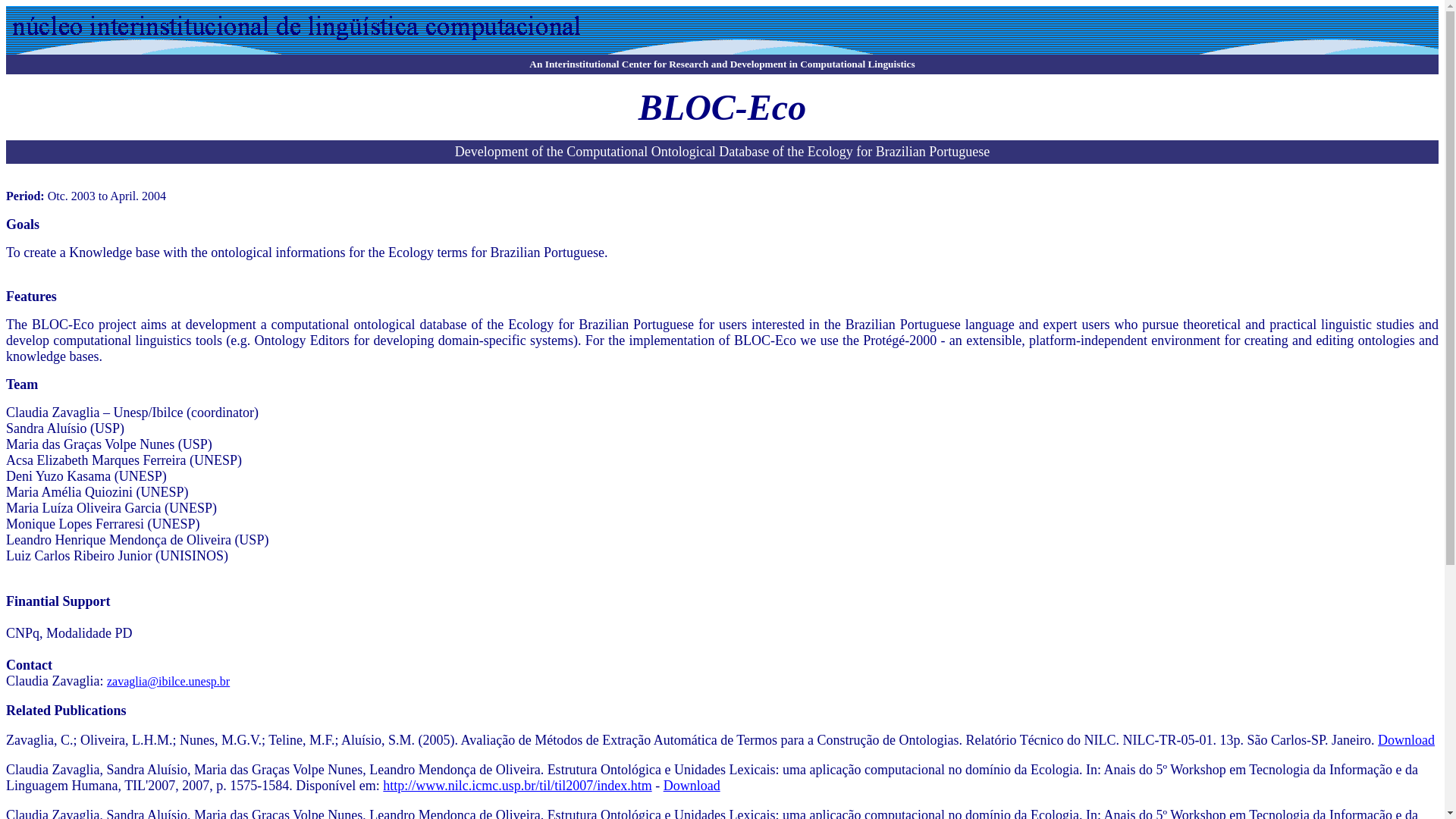 The width and height of the screenshot is (1456, 819). What do you see at coordinates (691, 785) in the screenshot?
I see `'Download'` at bounding box center [691, 785].